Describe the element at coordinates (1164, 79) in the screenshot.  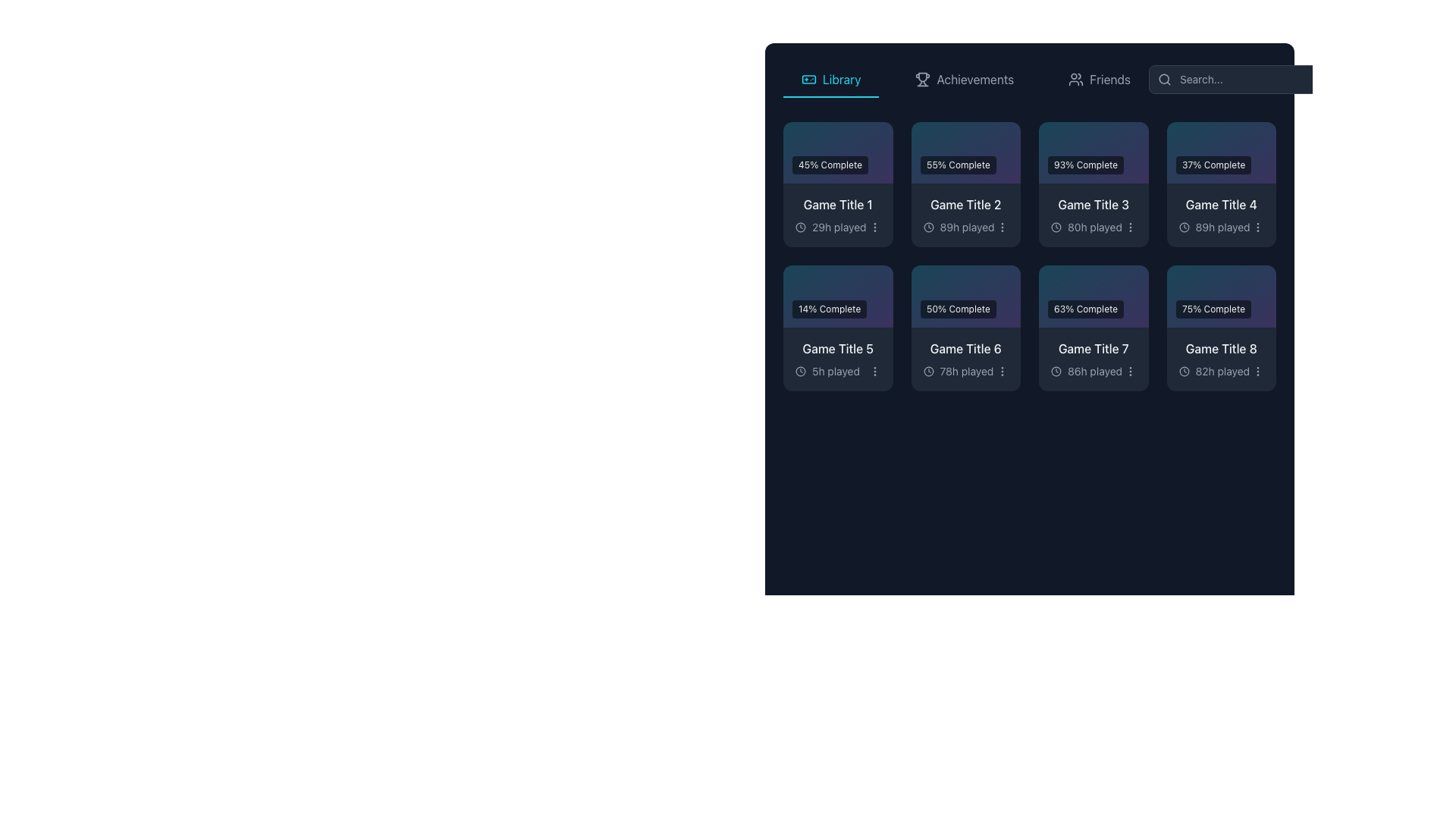
I see `the search icon located inside the search bar, positioned towards the left edge and vertically centered with respect to the input field` at that location.